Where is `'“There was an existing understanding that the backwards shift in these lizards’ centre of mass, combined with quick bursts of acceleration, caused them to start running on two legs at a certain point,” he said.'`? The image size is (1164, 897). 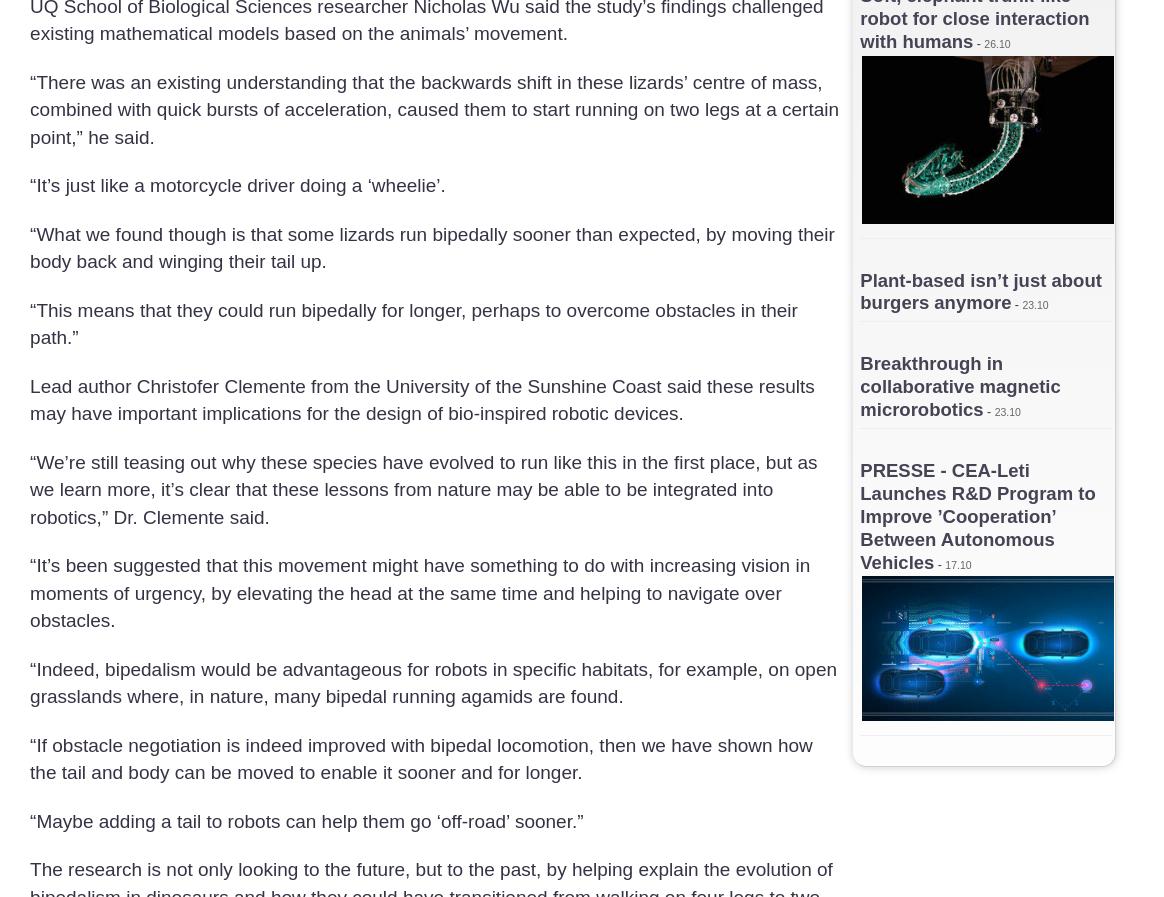
'“There was an existing understanding that the backwards shift in these lizards’ centre of mass, combined with quick bursts of acceleration, caused them to start running on two legs at a certain point,” he said.' is located at coordinates (434, 107).